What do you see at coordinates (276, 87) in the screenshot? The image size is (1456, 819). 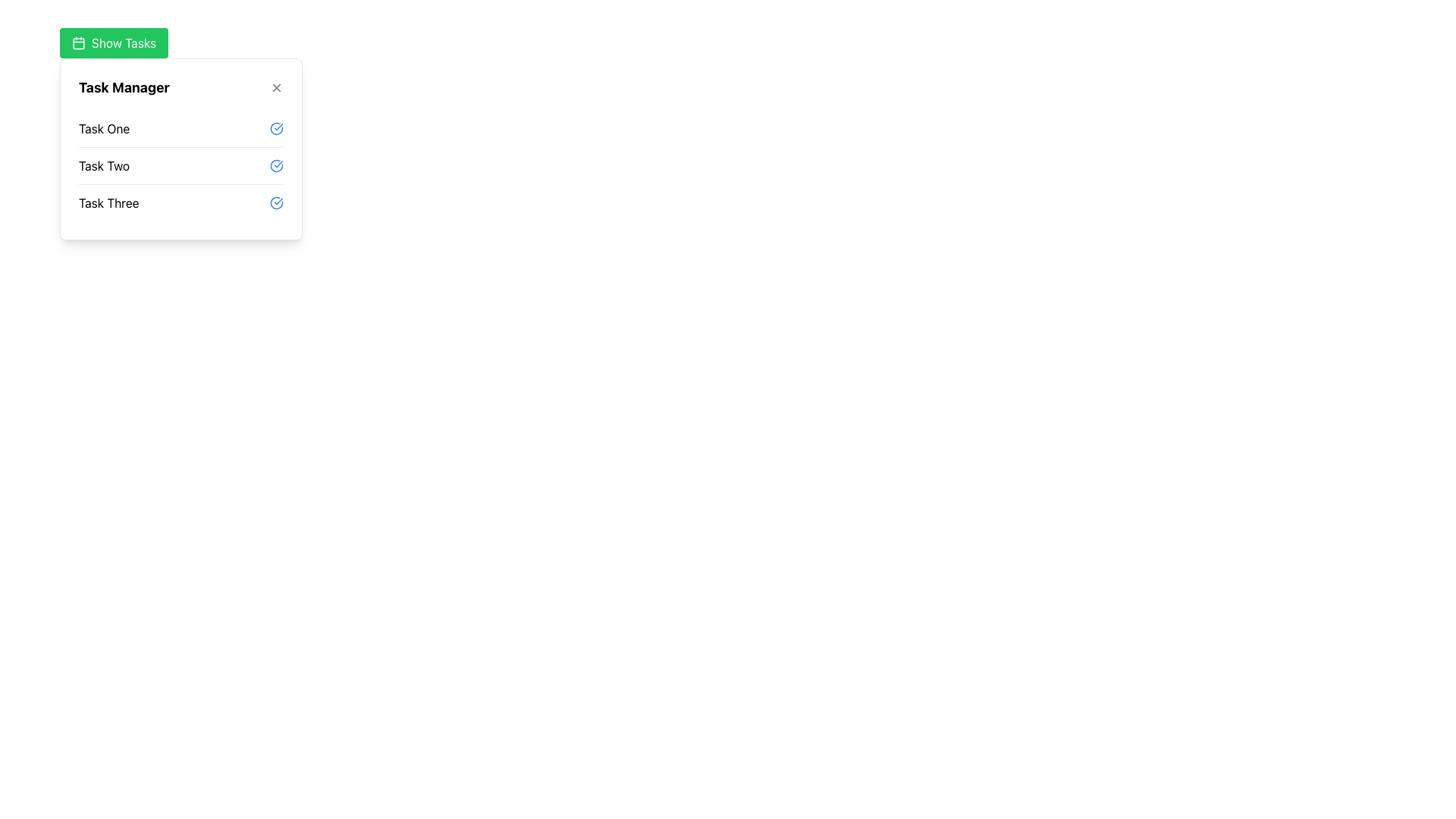 I see `the close icon (a diagonal cross) located in the upper right corner of the 'Task Manager' card` at bounding box center [276, 87].